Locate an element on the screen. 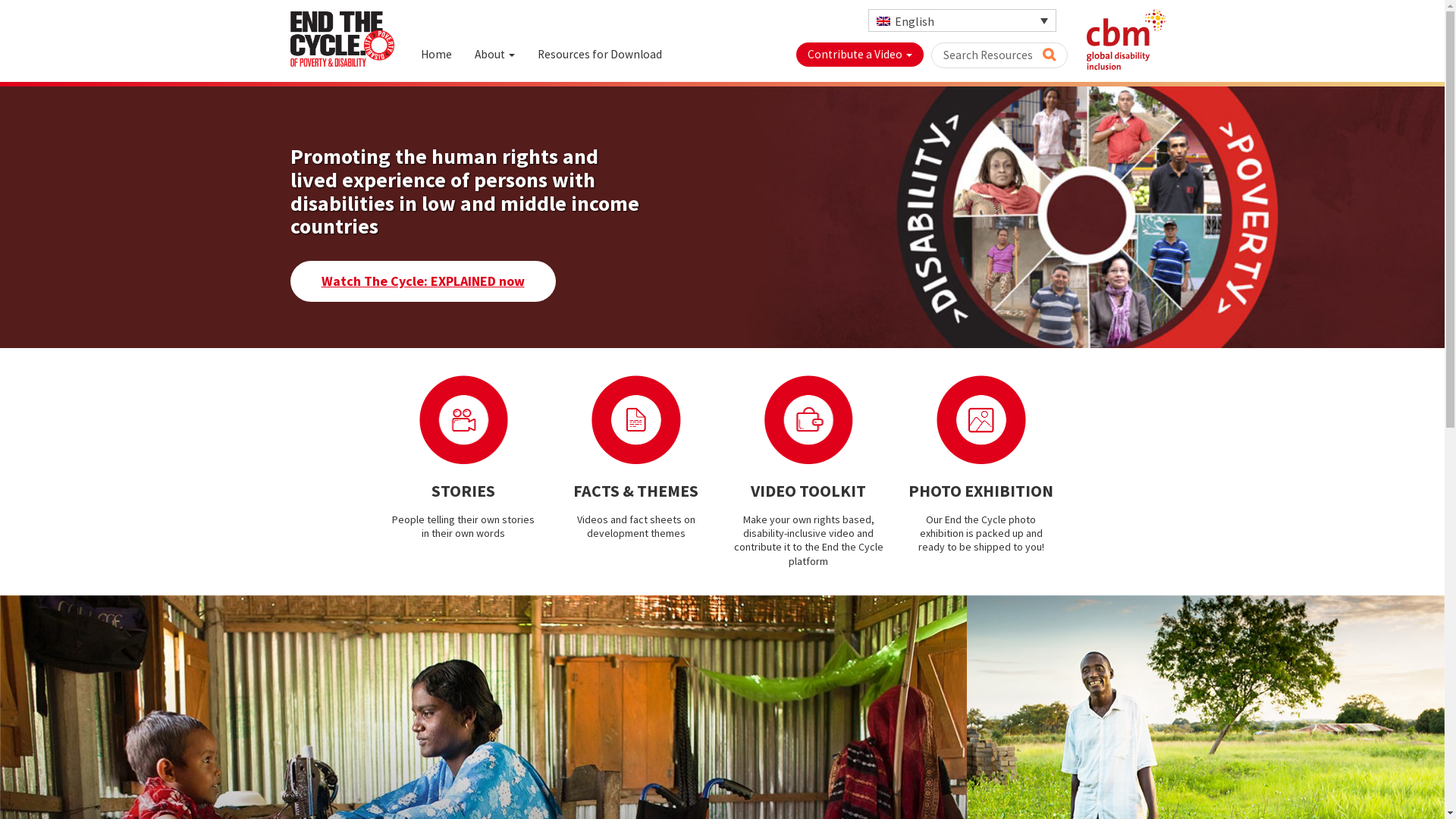  'English' is located at coordinates (867, 20).